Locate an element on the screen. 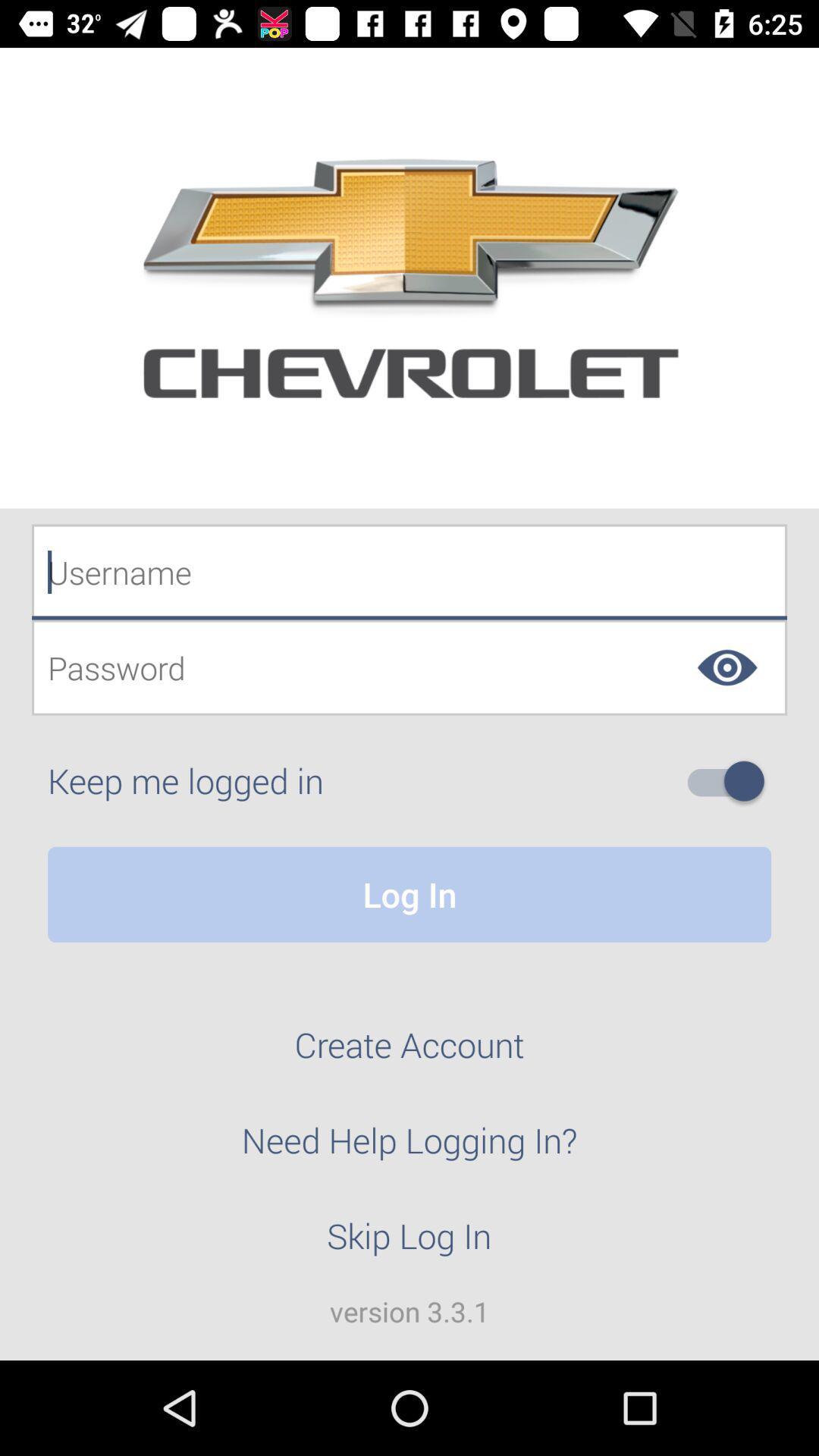 The width and height of the screenshot is (819, 1456). username field is located at coordinates (409, 571).